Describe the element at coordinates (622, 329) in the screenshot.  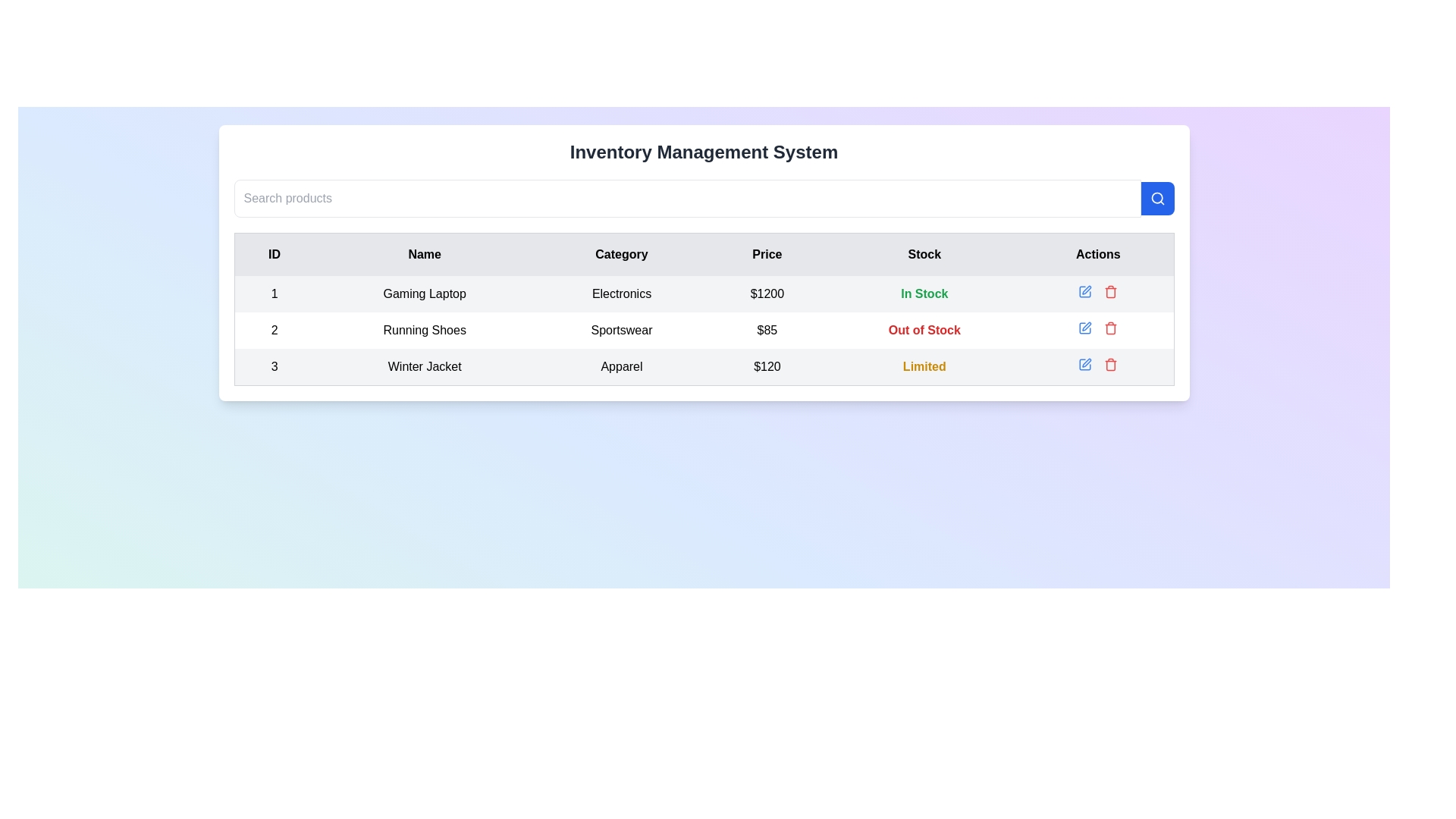
I see `the category label for 'Running Shoes' located in the third column of the table` at that location.